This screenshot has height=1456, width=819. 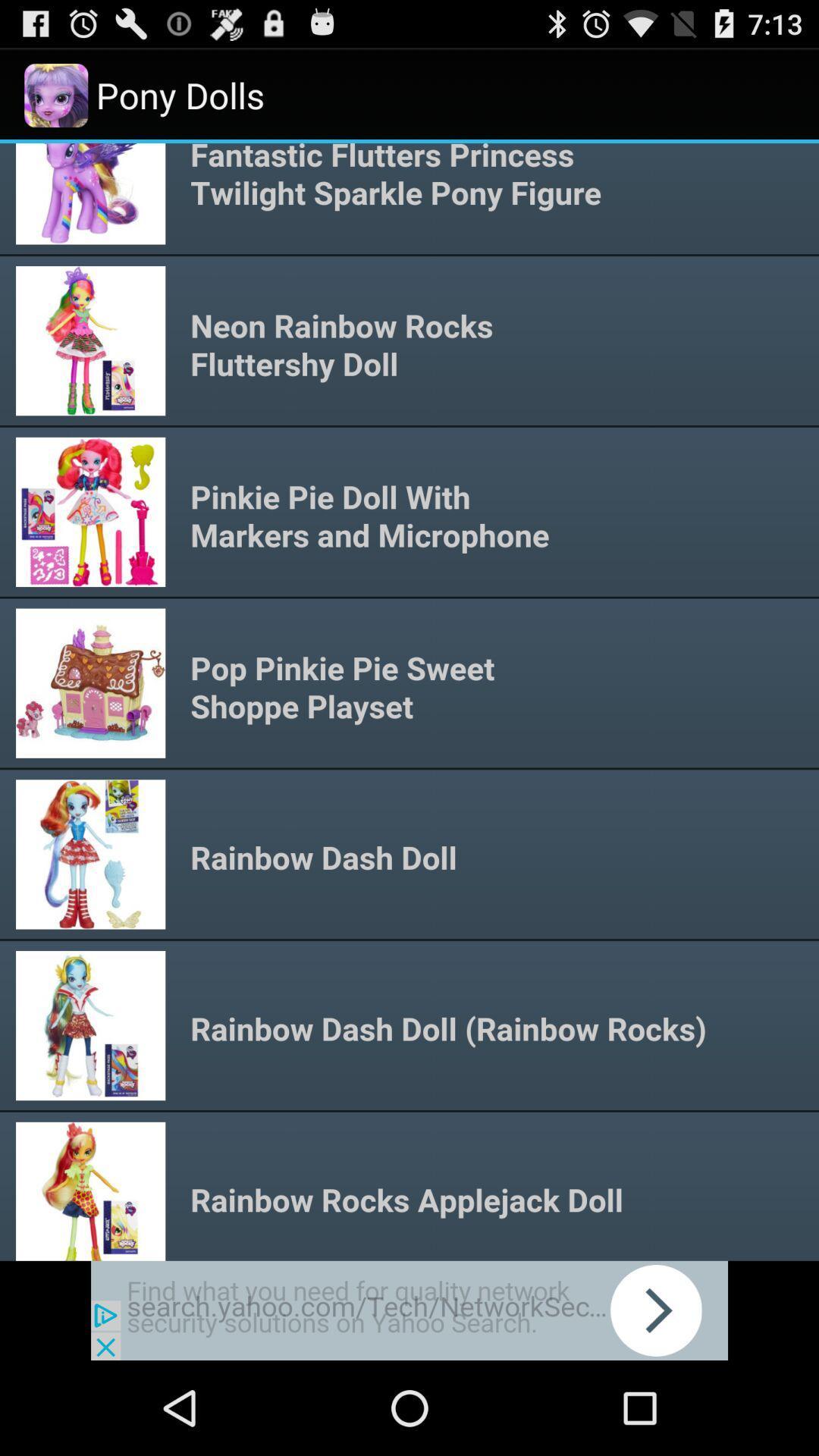 I want to click on song, so click(x=409, y=701).